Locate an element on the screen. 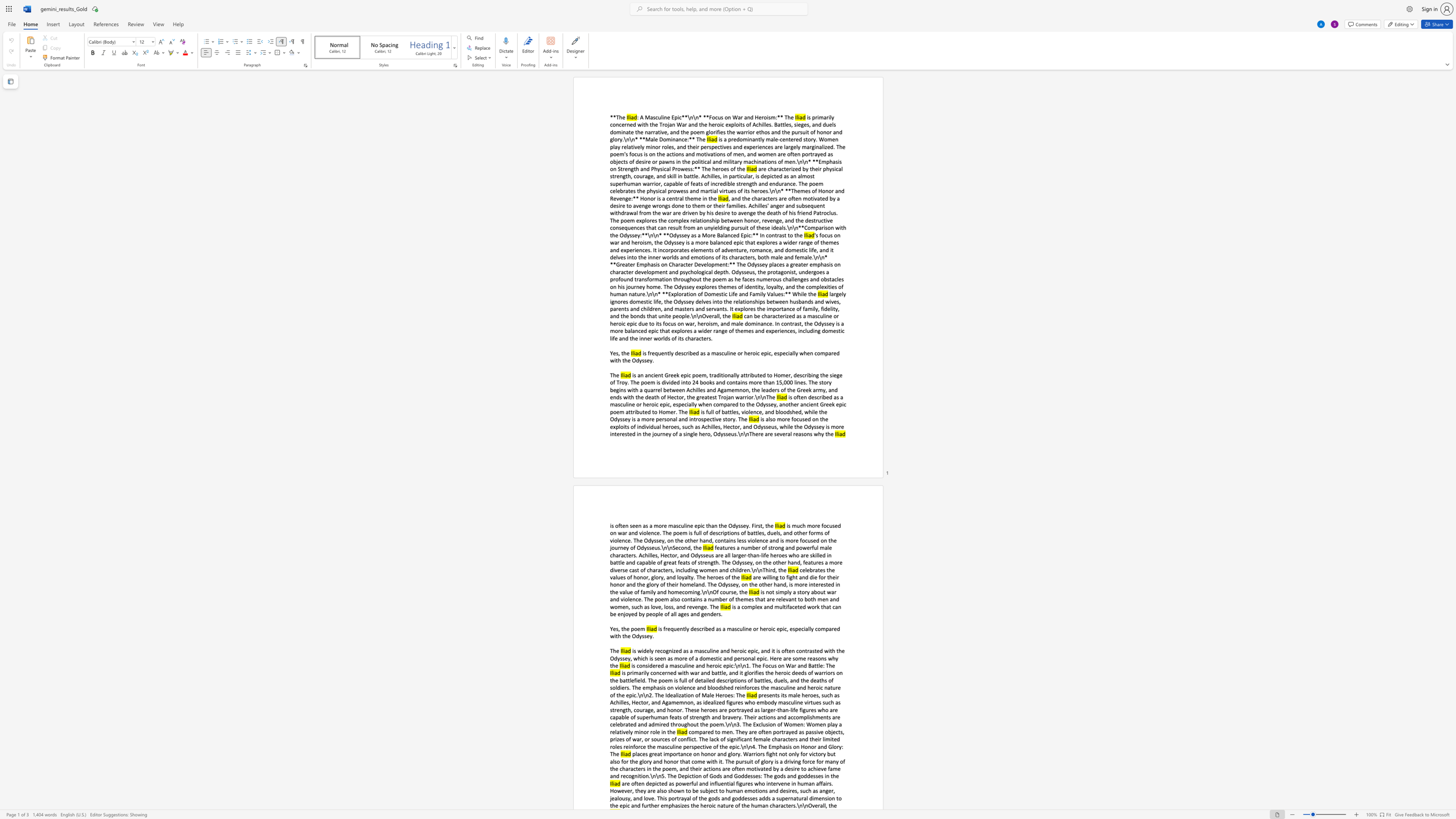 The height and width of the screenshot is (819, 1456). the subset text "zed as a masculine and heroic epic, and it is often contrasted with the Odyssey, which is seen a" within the text "is widely recognized as a masculine and heroic epic, and it is often contrasted with the Odyssey, which is seen as more of a domestic and personal epic. Here are some reasons why the" is located at coordinates (673, 650).